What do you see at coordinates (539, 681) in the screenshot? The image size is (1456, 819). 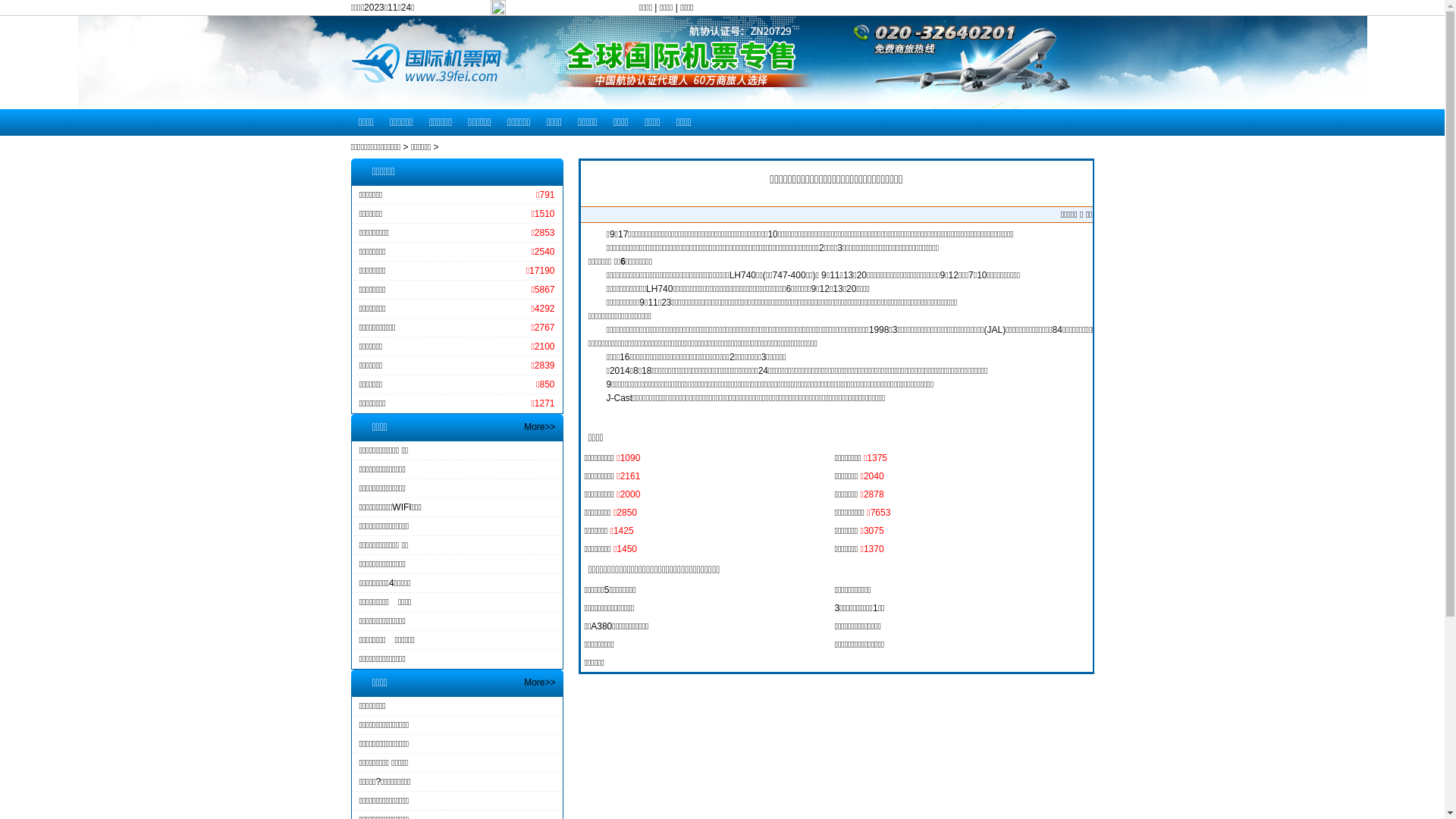 I see `'More>>'` at bounding box center [539, 681].